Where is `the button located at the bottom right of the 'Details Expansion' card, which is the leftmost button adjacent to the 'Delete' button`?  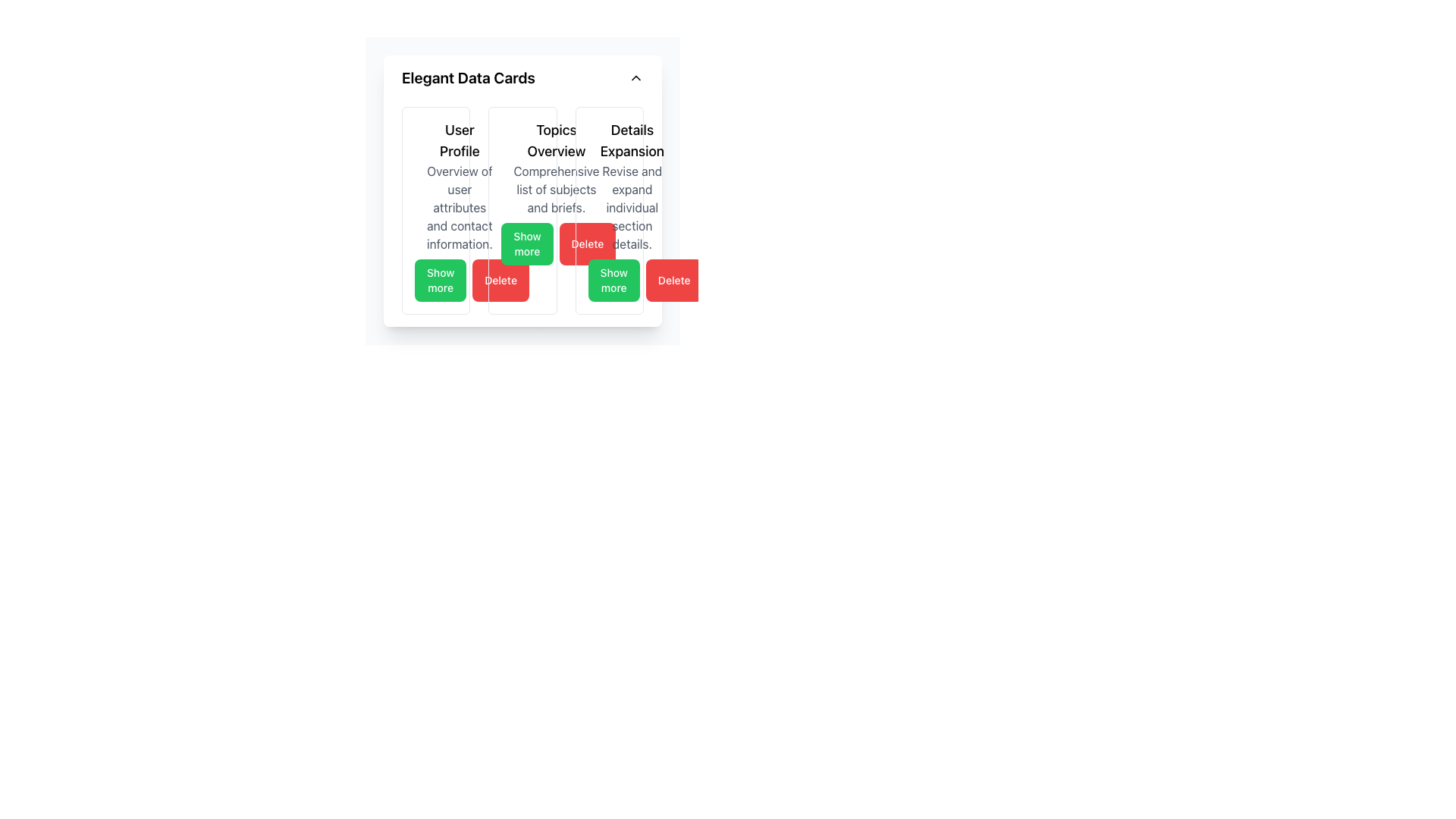 the button located at the bottom right of the 'Details Expansion' card, which is the leftmost button adjacent to the 'Delete' button is located at coordinates (609, 281).